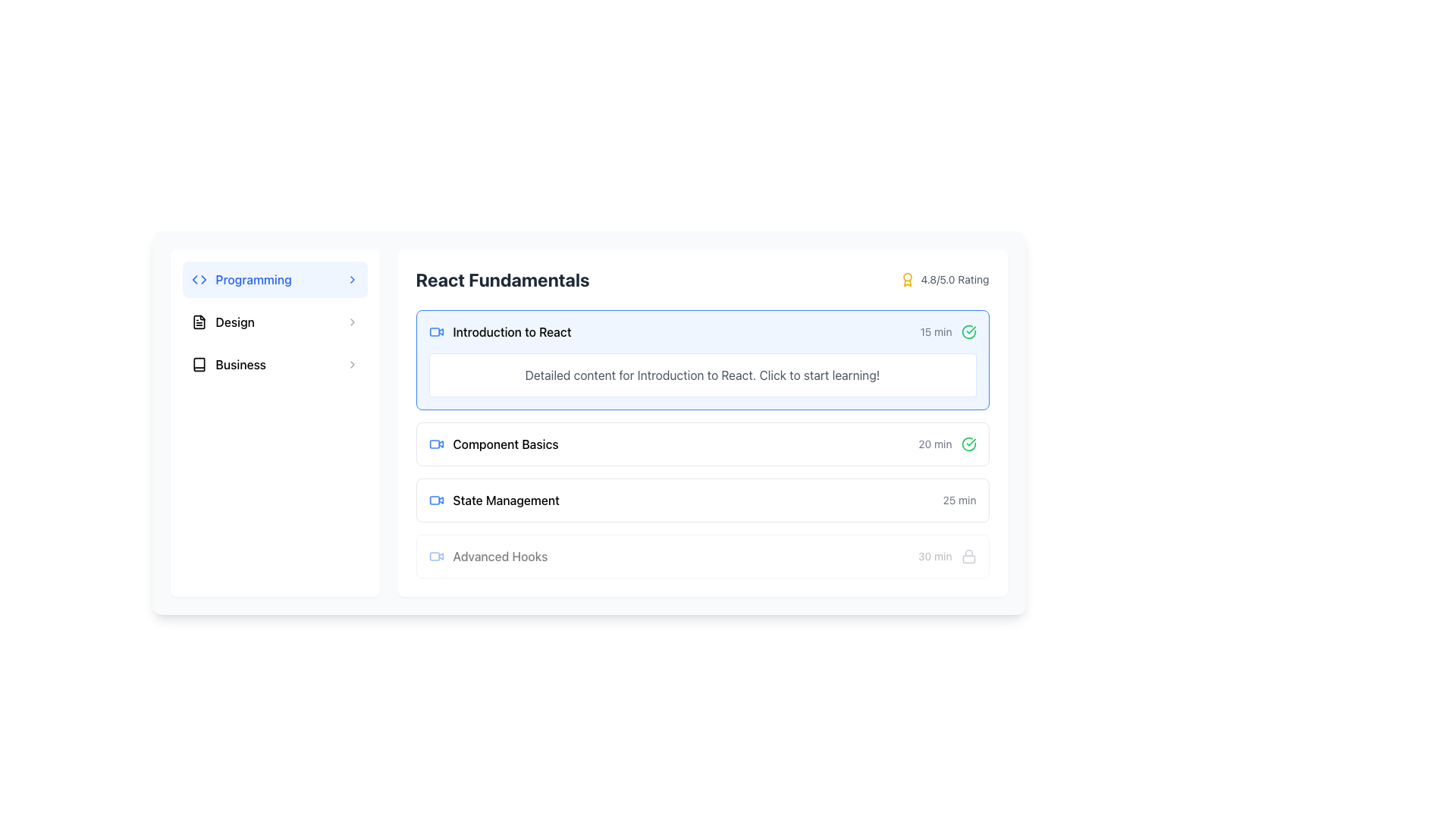  What do you see at coordinates (701, 556) in the screenshot?
I see `the lock status of the fourth list item labeled 'Advanced Hooks' in the 'React Fundamentals' section, which is indicated by a lock icon` at bounding box center [701, 556].